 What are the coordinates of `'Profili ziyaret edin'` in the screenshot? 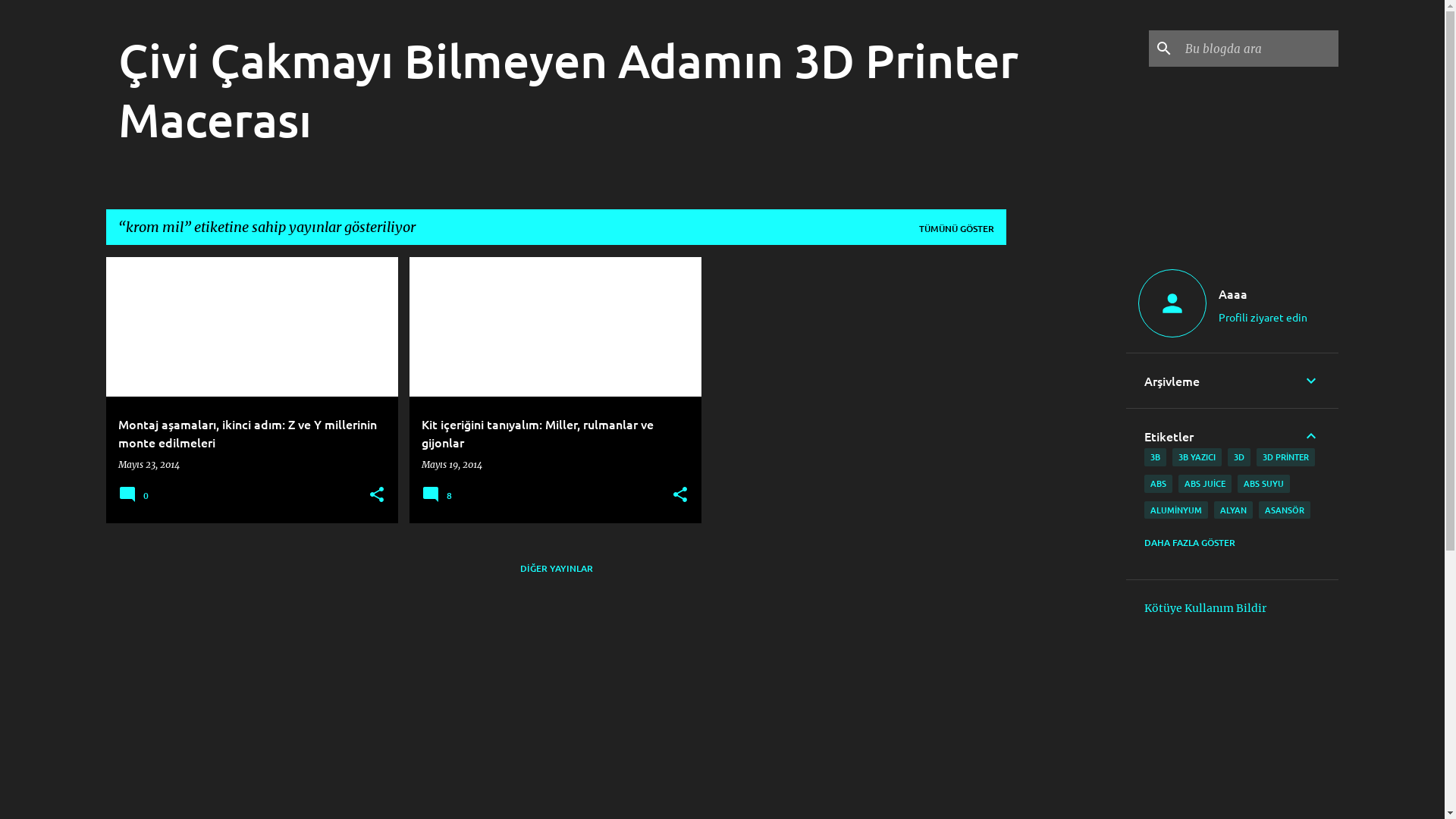 It's located at (1263, 315).